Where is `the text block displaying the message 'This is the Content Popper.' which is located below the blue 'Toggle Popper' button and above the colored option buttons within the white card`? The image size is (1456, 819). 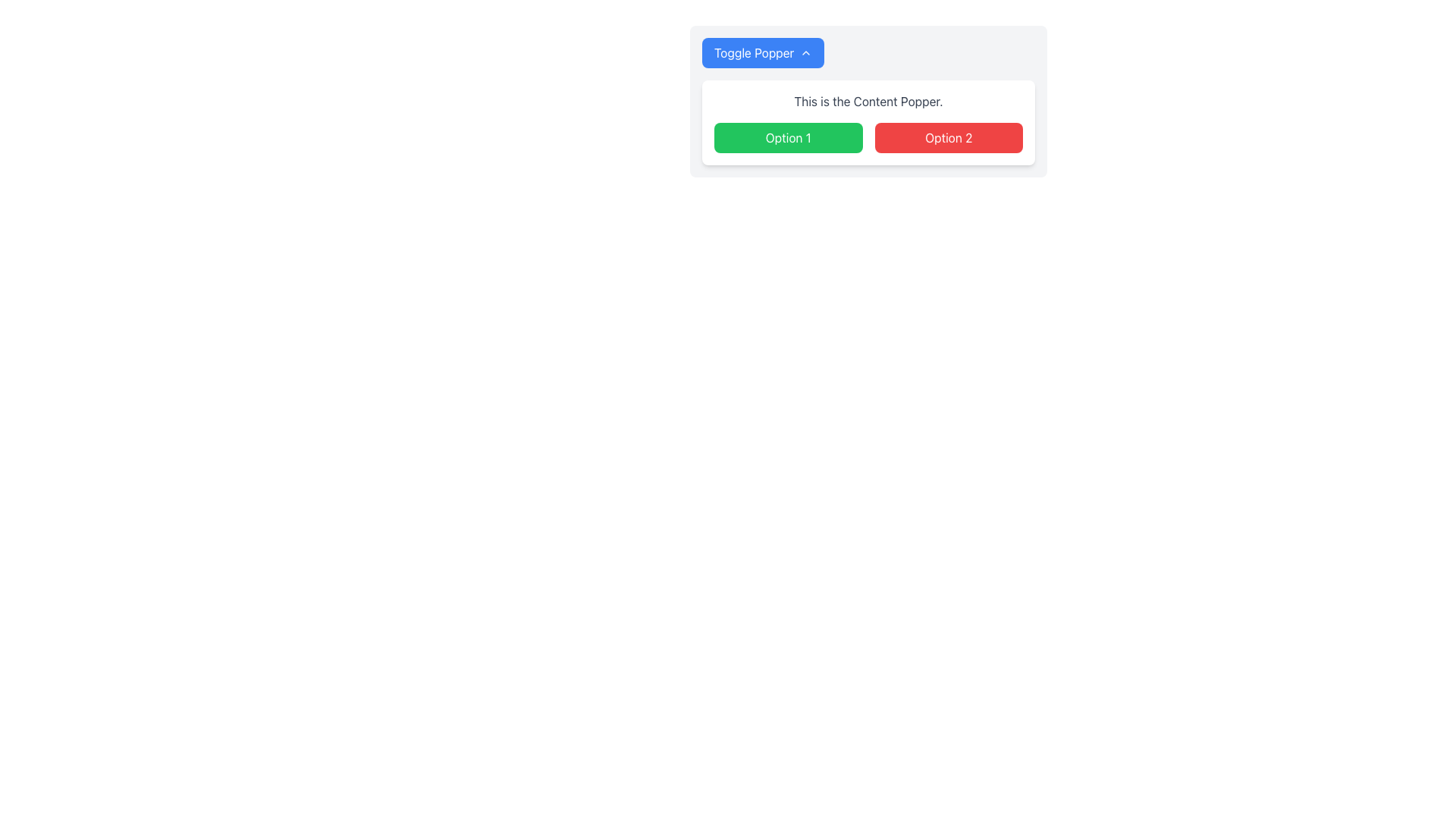 the text block displaying the message 'This is the Content Popper.' which is located below the blue 'Toggle Popper' button and above the colored option buttons within the white card is located at coordinates (868, 102).